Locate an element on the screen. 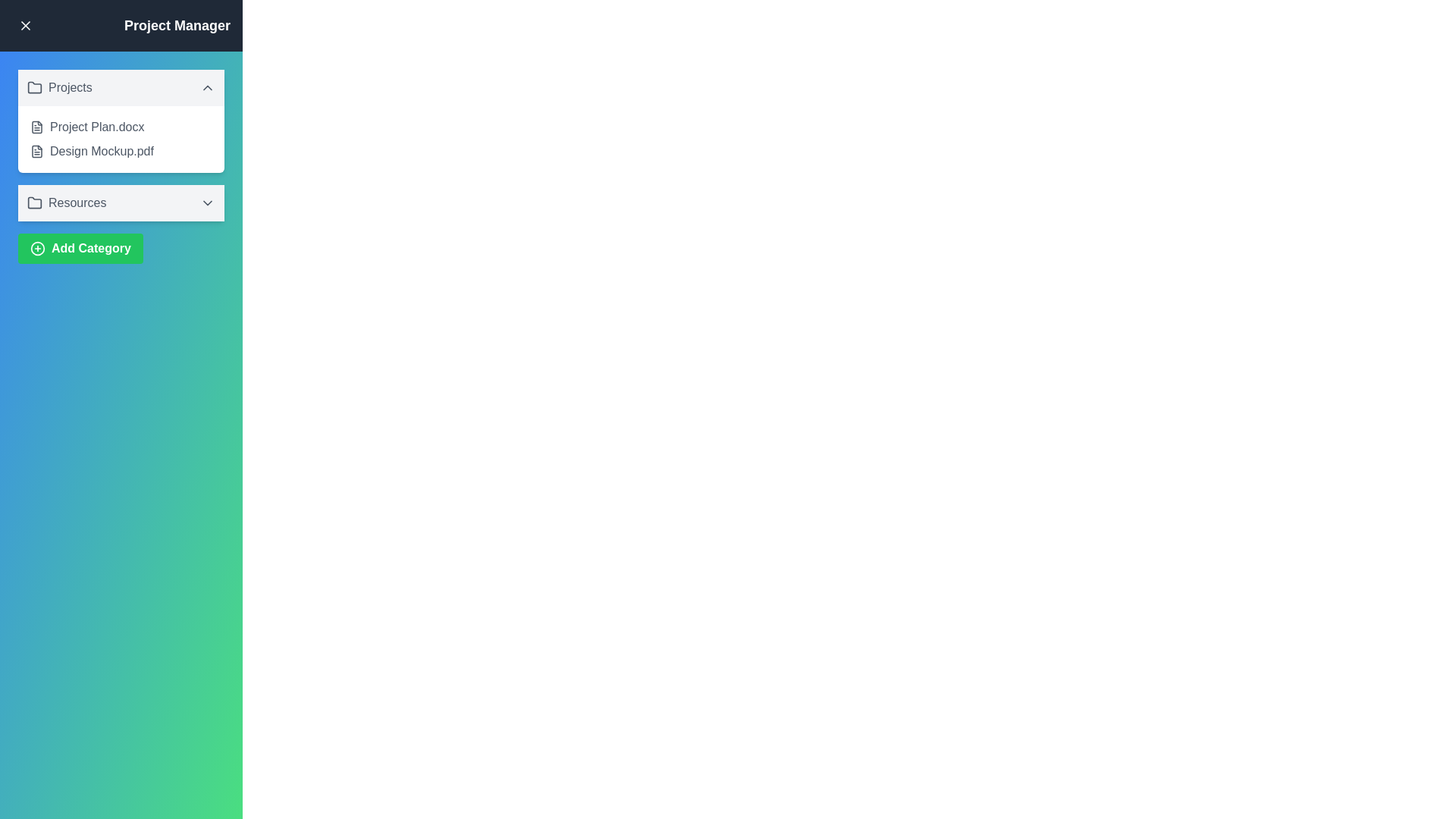  the Chevron Up icon in the sidebar is located at coordinates (206, 87).